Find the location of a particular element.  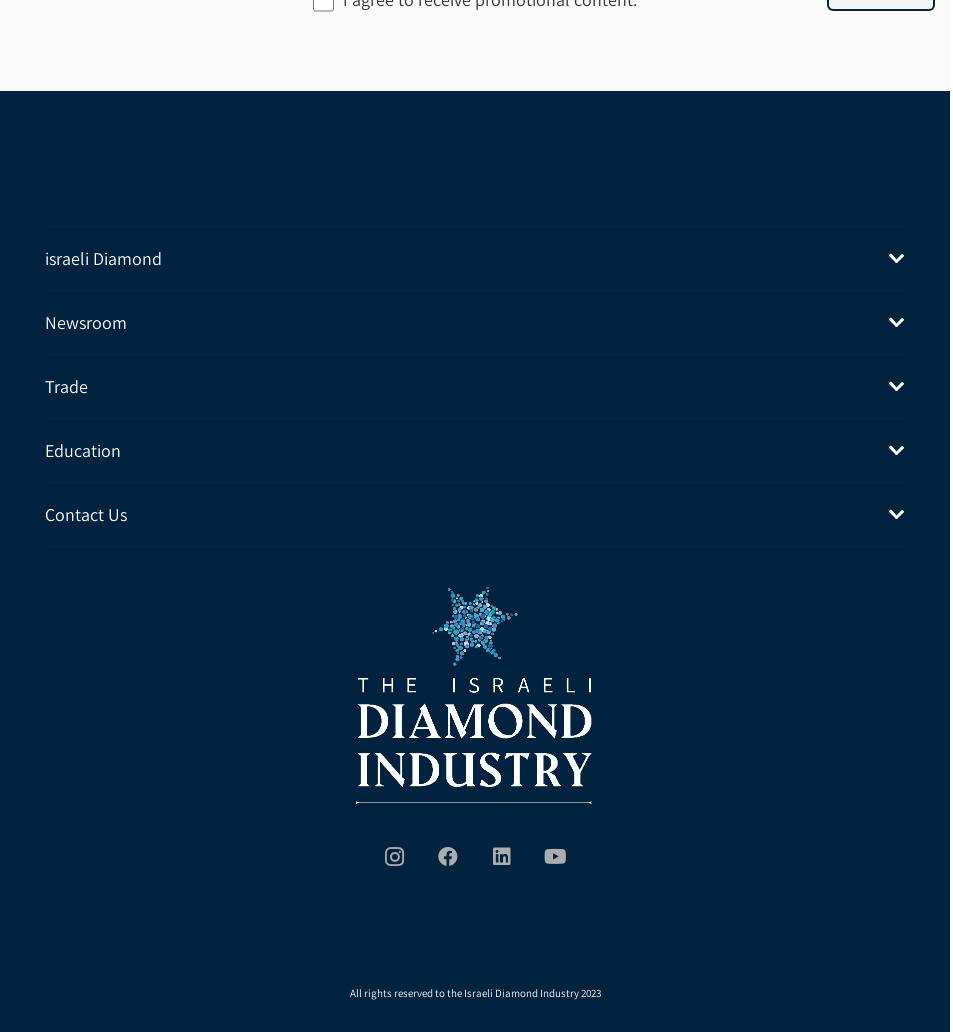

'Newsroom' is located at coordinates (84, 321).